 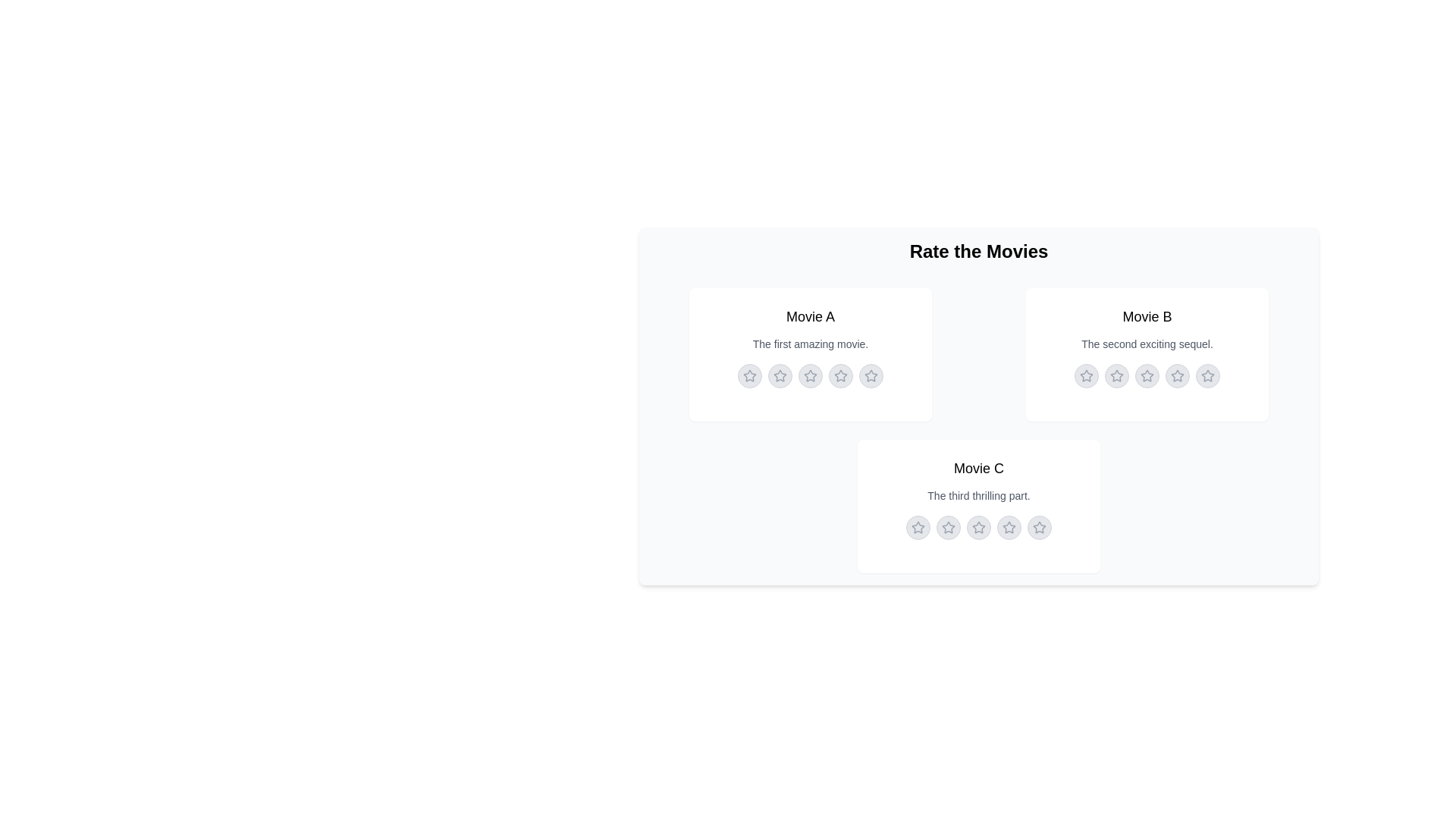 What do you see at coordinates (1116, 375) in the screenshot?
I see `the second star in the rating row` at bounding box center [1116, 375].